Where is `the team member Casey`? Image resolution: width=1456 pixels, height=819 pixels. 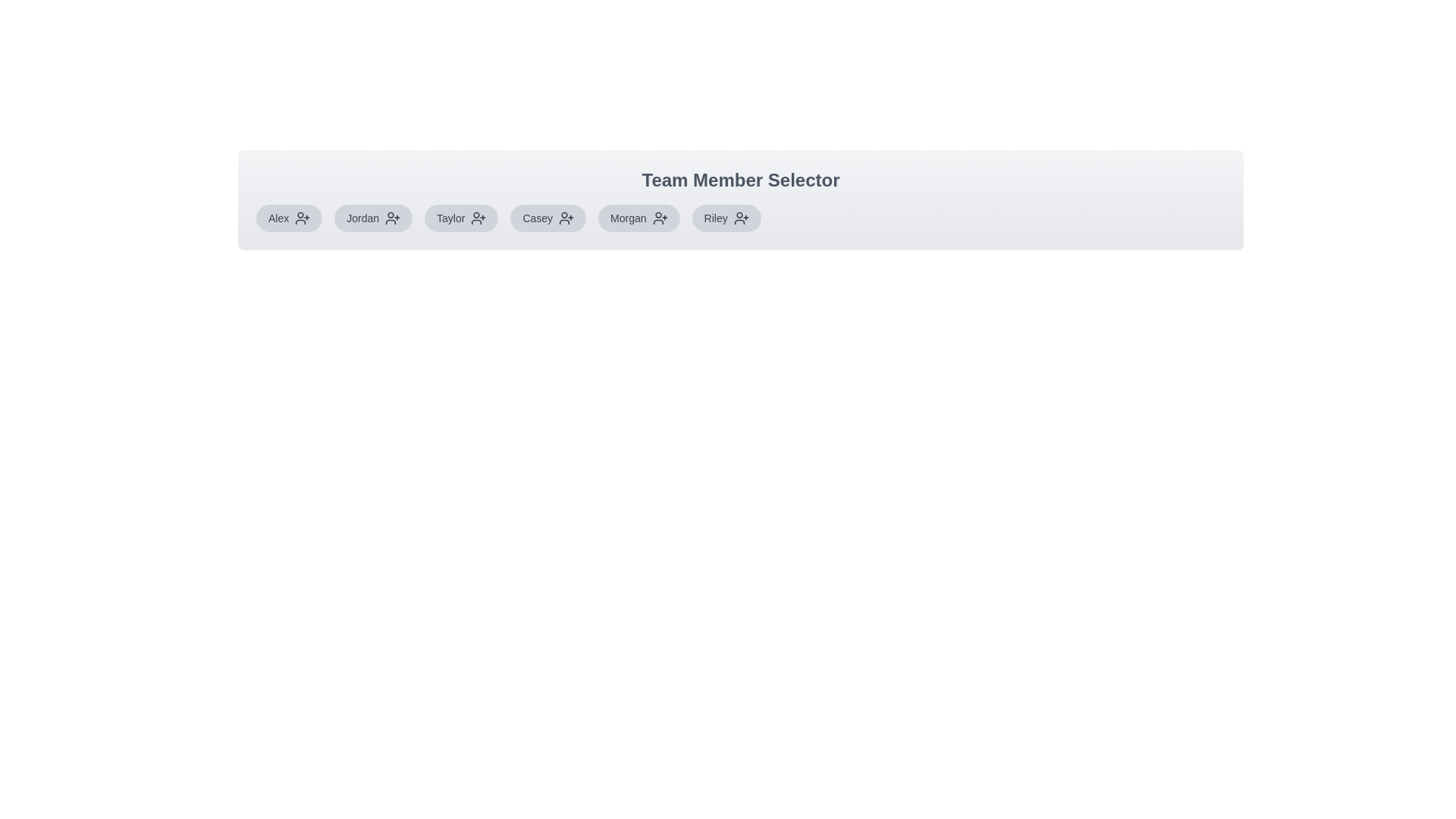 the team member Casey is located at coordinates (548, 218).